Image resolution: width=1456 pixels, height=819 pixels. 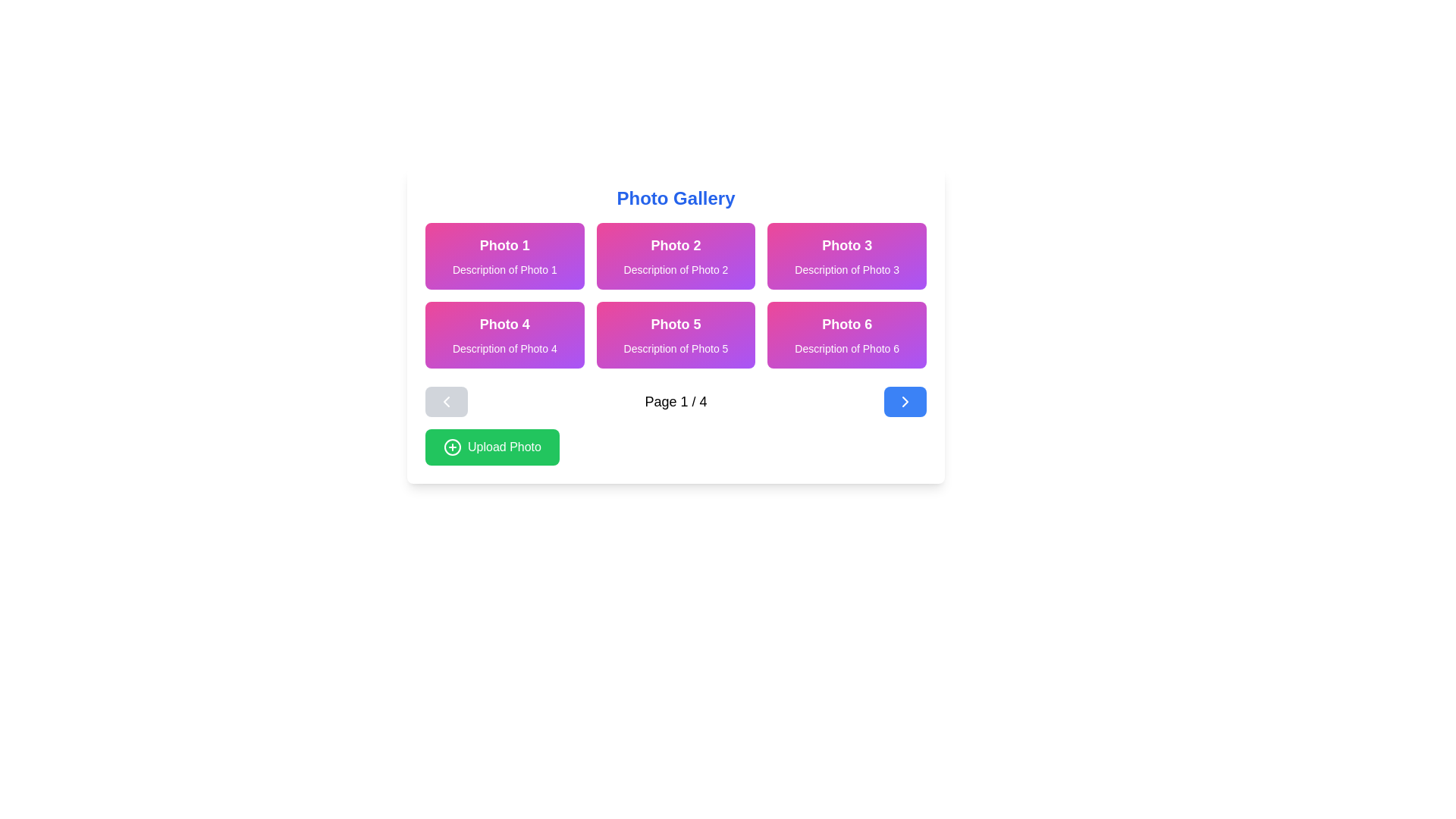 What do you see at coordinates (675, 324) in the screenshot?
I see `the 'Photo 5' text label, which is the upper text in the card element on the second row, second column of the photo gallery grid, to focus on it` at bounding box center [675, 324].